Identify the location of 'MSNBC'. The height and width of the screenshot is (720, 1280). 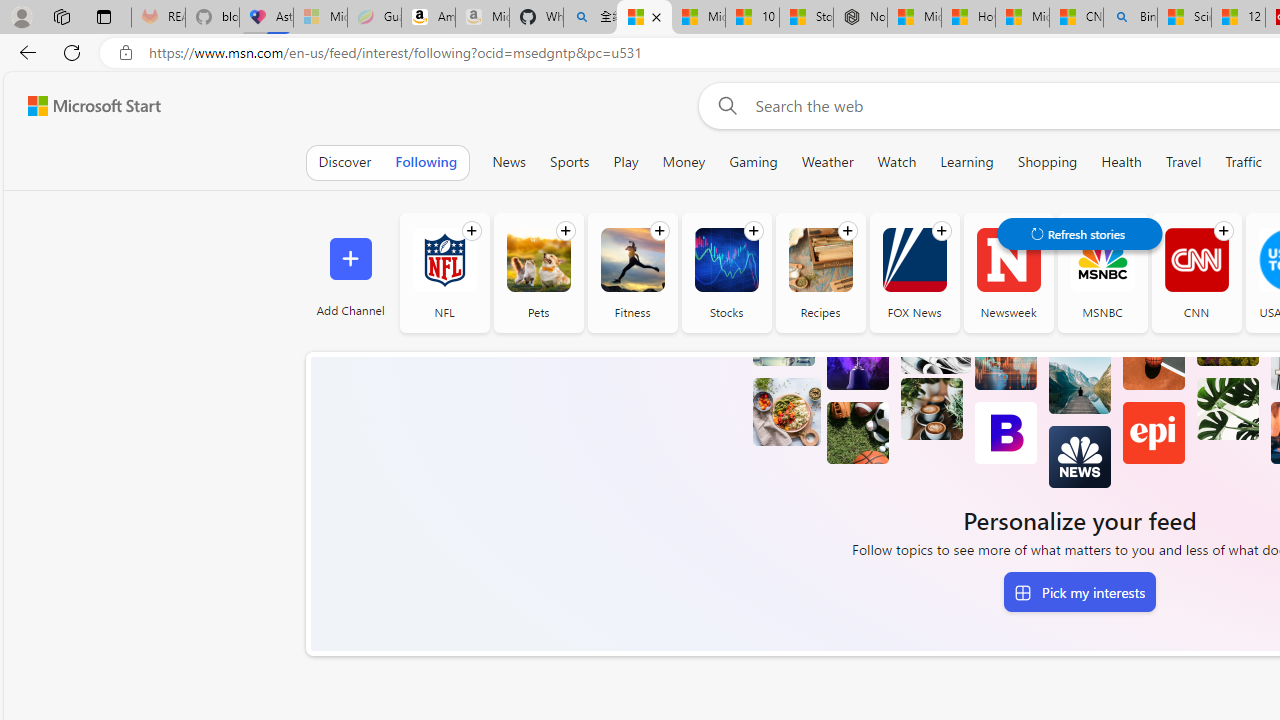
(1101, 259).